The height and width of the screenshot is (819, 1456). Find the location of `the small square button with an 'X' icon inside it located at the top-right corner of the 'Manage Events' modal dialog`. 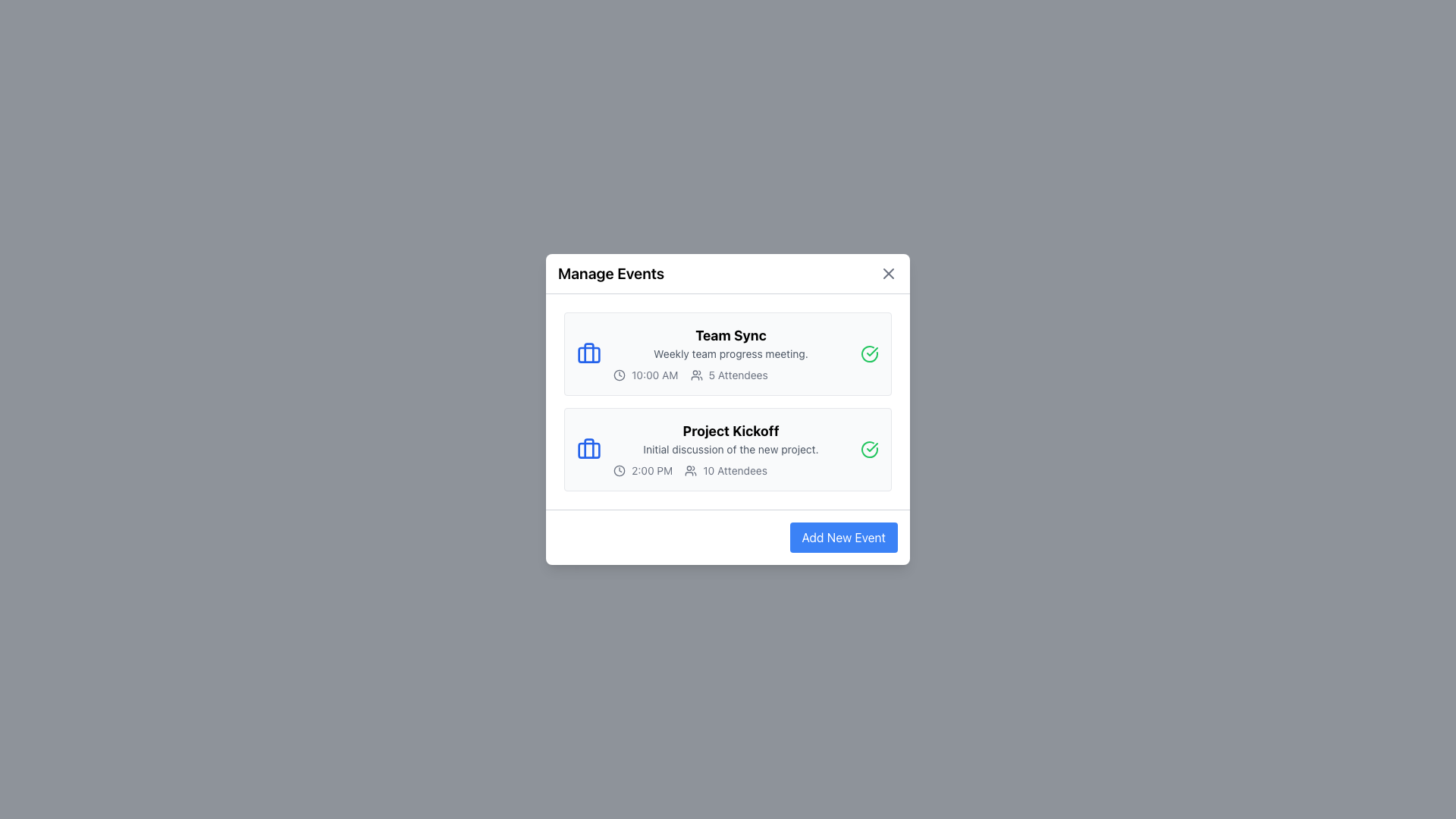

the small square button with an 'X' icon inside it located at the top-right corner of the 'Manage Events' modal dialog is located at coordinates (888, 274).